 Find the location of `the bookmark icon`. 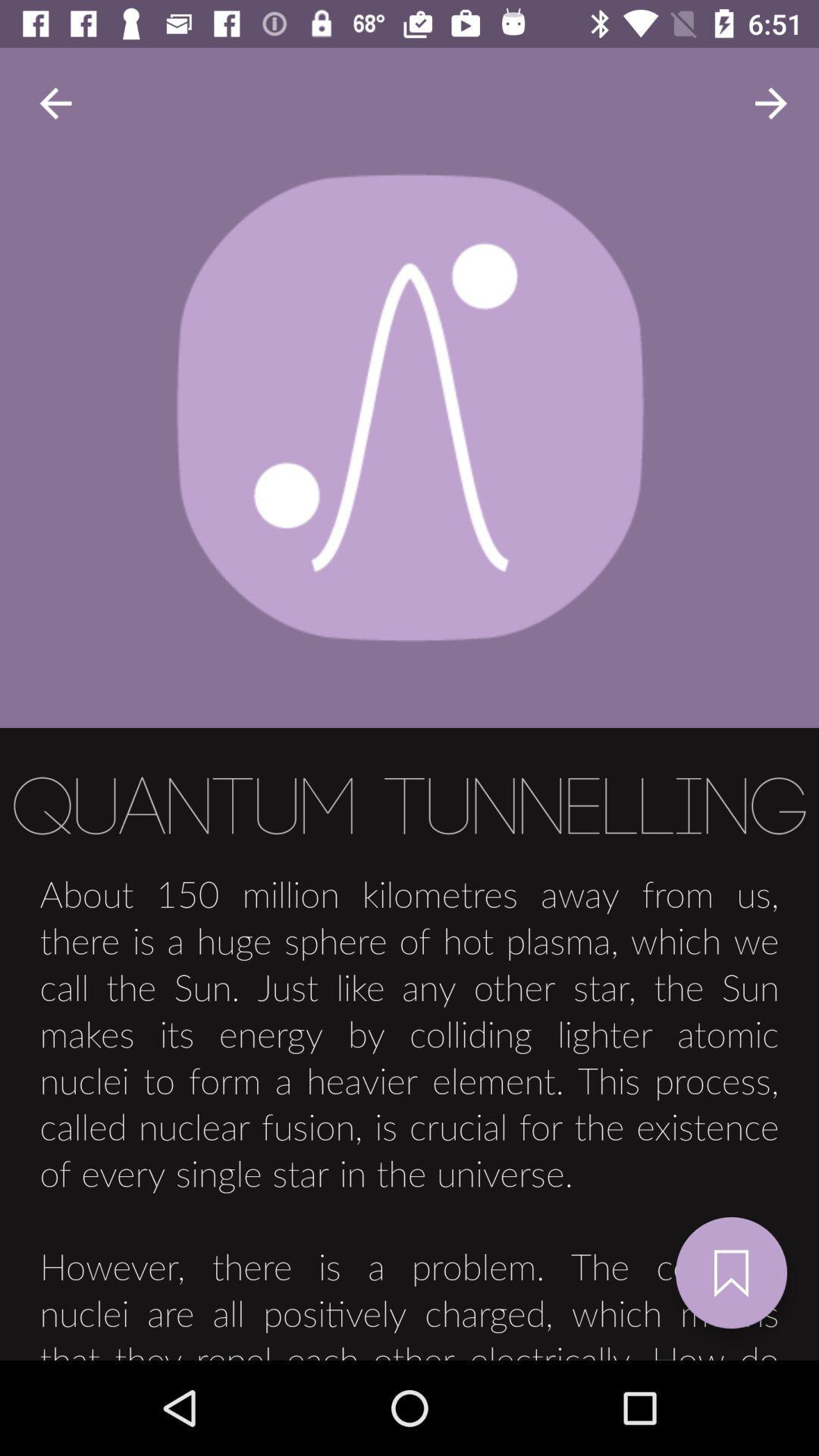

the bookmark icon is located at coordinates (730, 1272).